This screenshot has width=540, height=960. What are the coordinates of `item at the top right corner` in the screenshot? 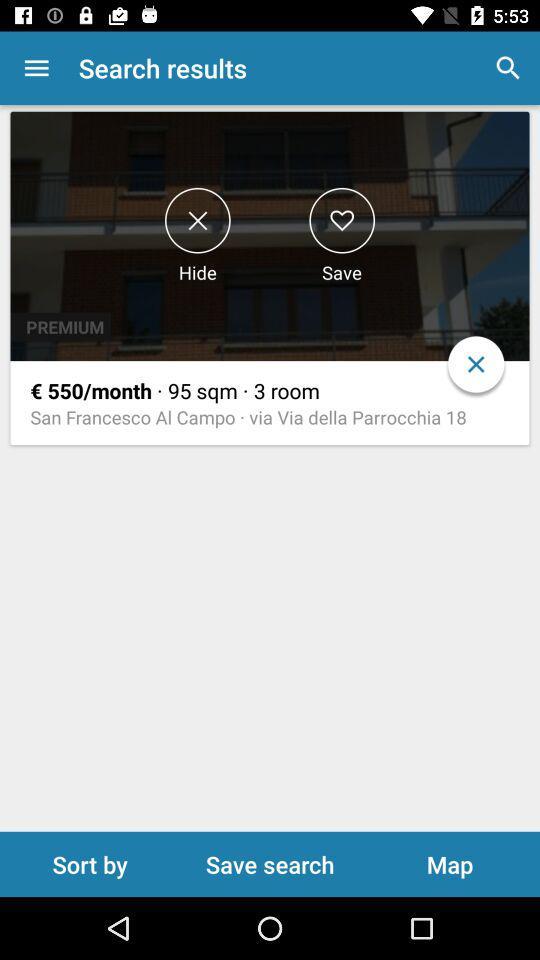 It's located at (508, 68).